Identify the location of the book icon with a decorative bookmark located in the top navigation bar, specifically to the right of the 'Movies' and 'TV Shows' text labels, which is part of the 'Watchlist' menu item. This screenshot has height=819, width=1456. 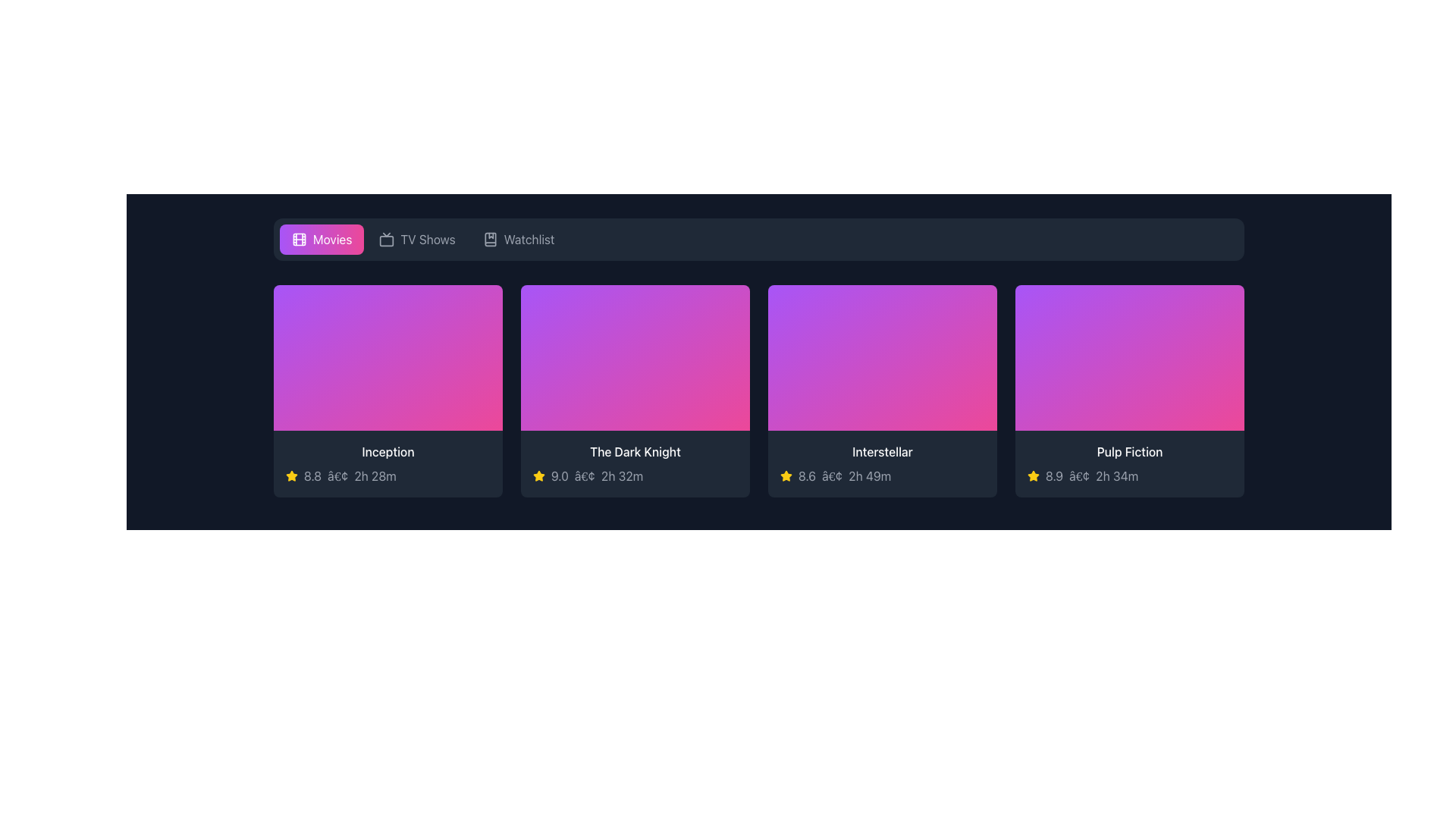
(490, 239).